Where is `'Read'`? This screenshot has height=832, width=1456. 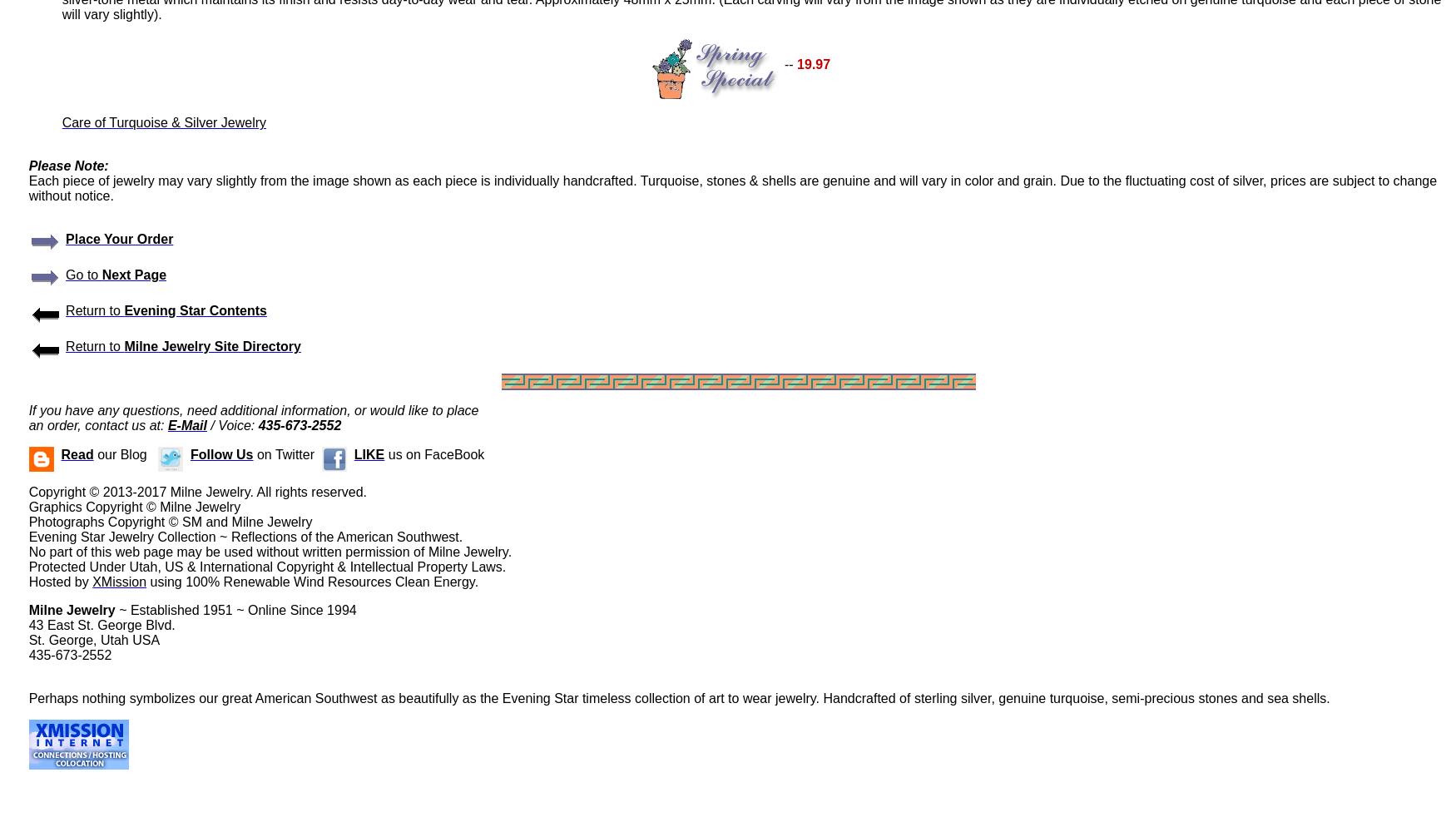 'Read' is located at coordinates (77, 454).